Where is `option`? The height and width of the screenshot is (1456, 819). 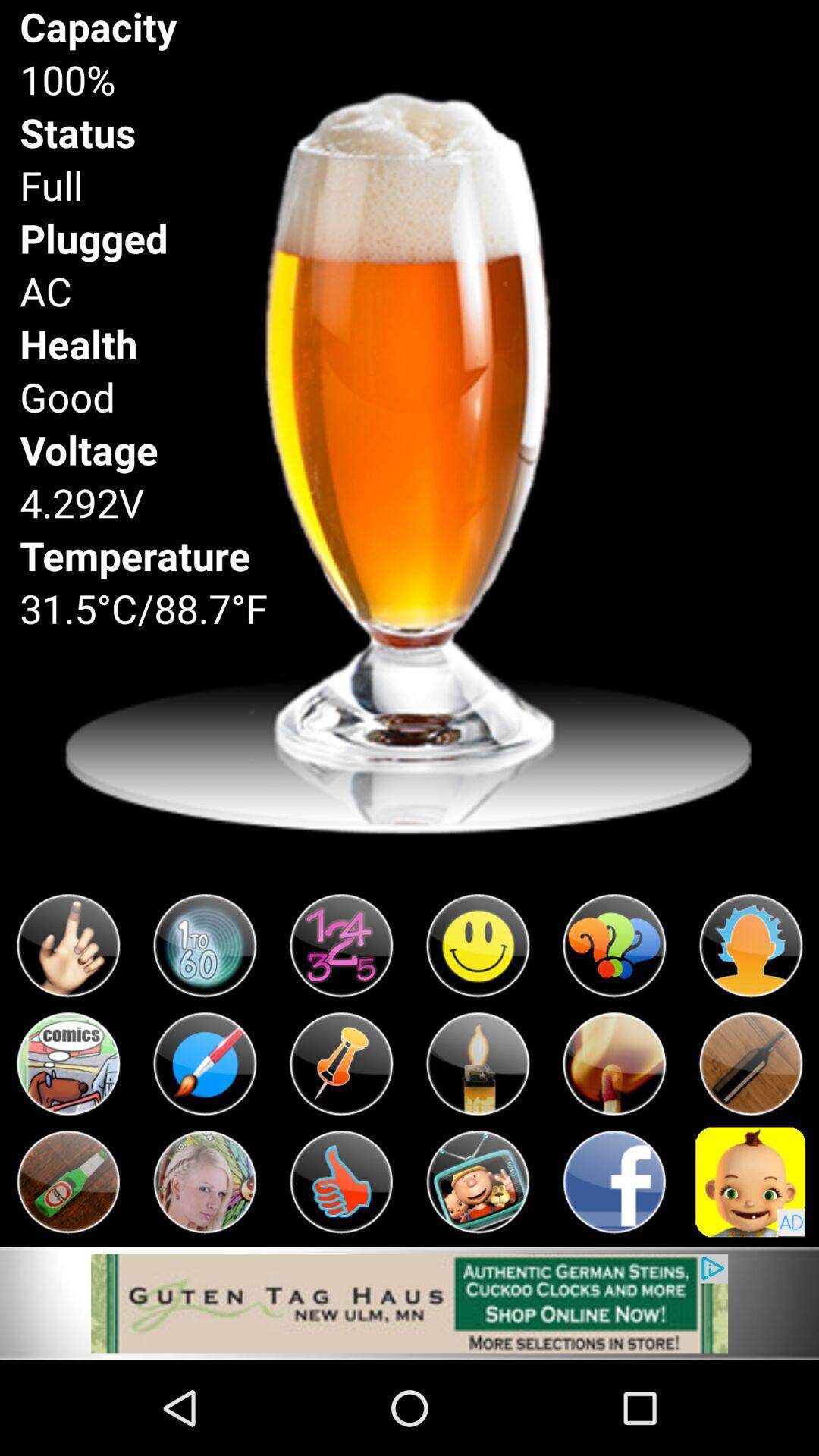 option is located at coordinates (205, 1181).